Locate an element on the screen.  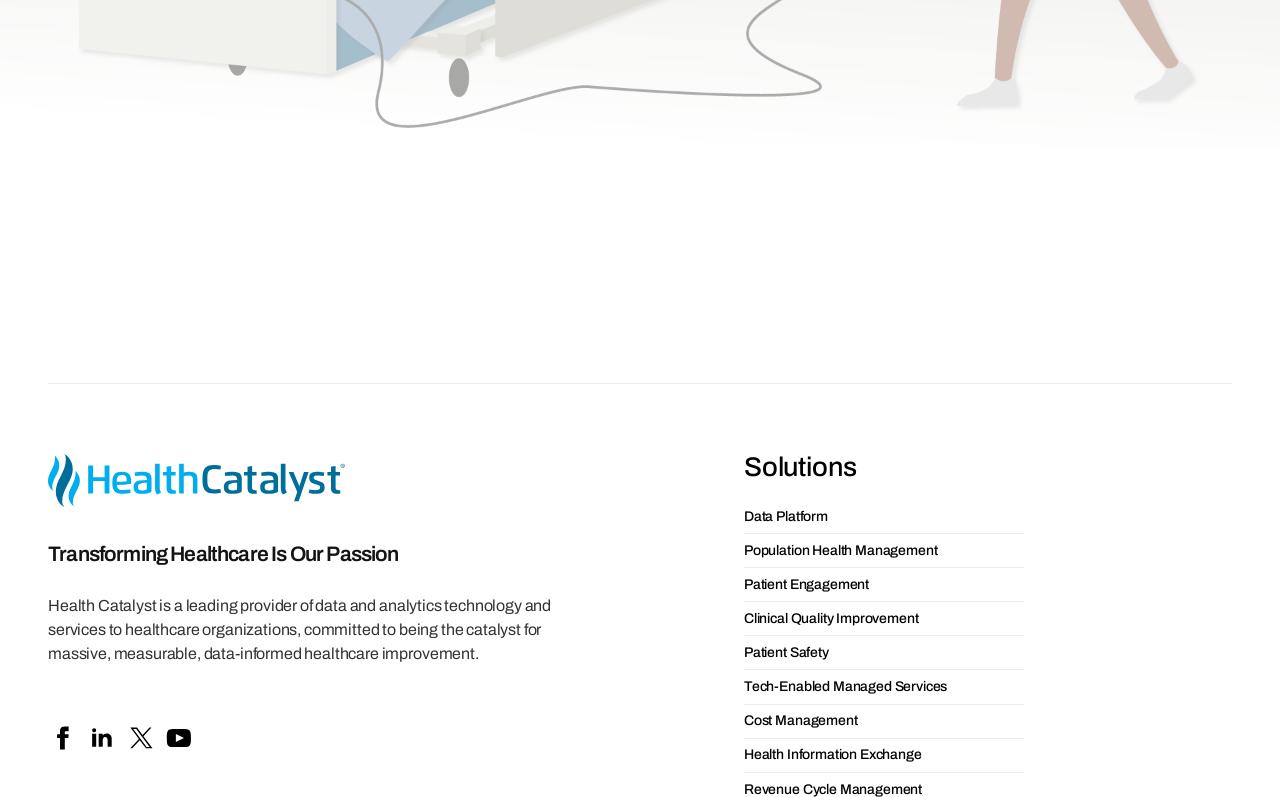
'Clinical Quality Improvement' is located at coordinates (830, 258).